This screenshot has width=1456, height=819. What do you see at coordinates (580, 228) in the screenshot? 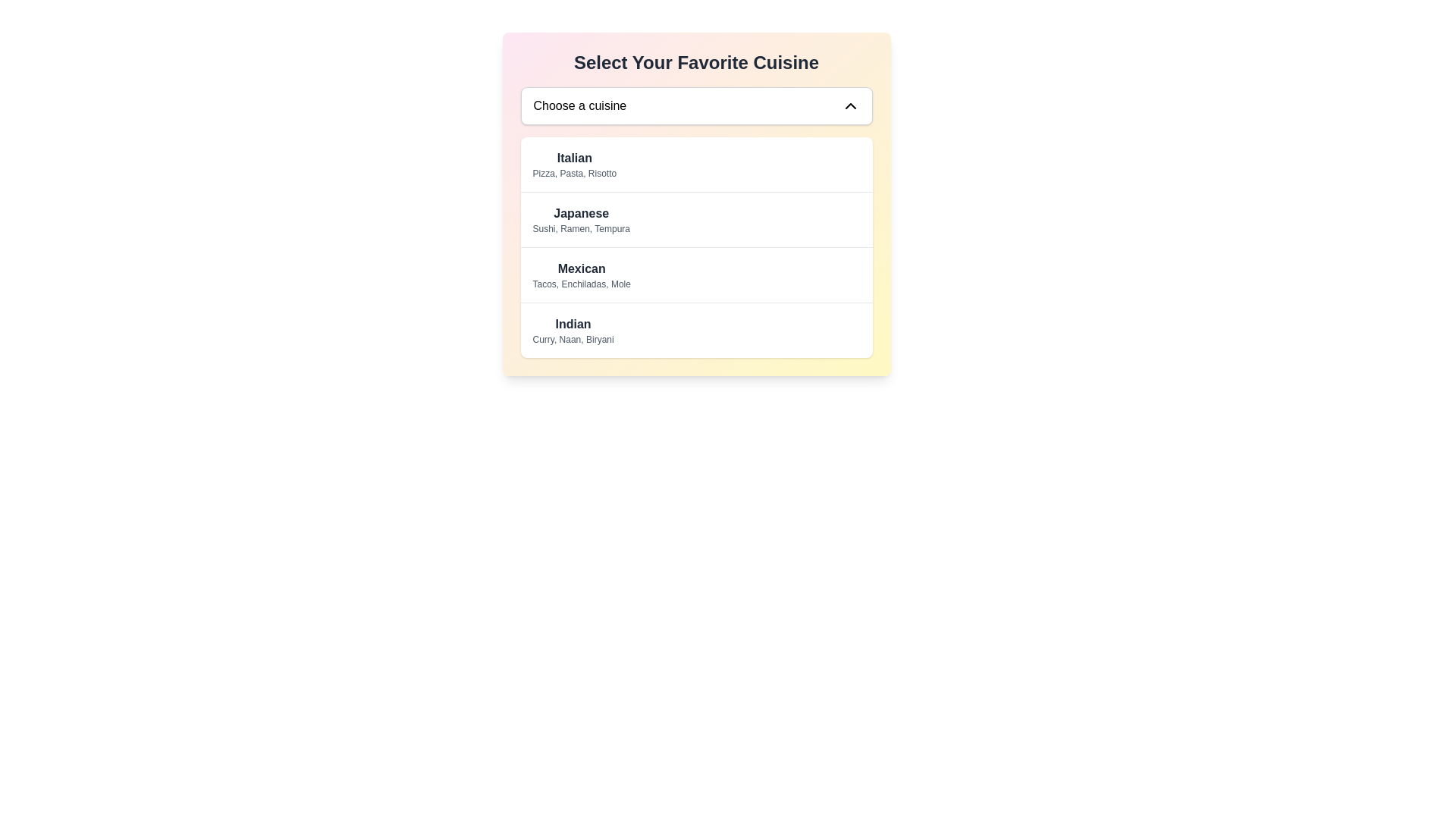
I see `the descriptive text label that details examples of dishes (Sushi, Ramen, Tempura) associated with the 'Japanese' cuisine option, positioned below the 'Japanese' label` at bounding box center [580, 228].